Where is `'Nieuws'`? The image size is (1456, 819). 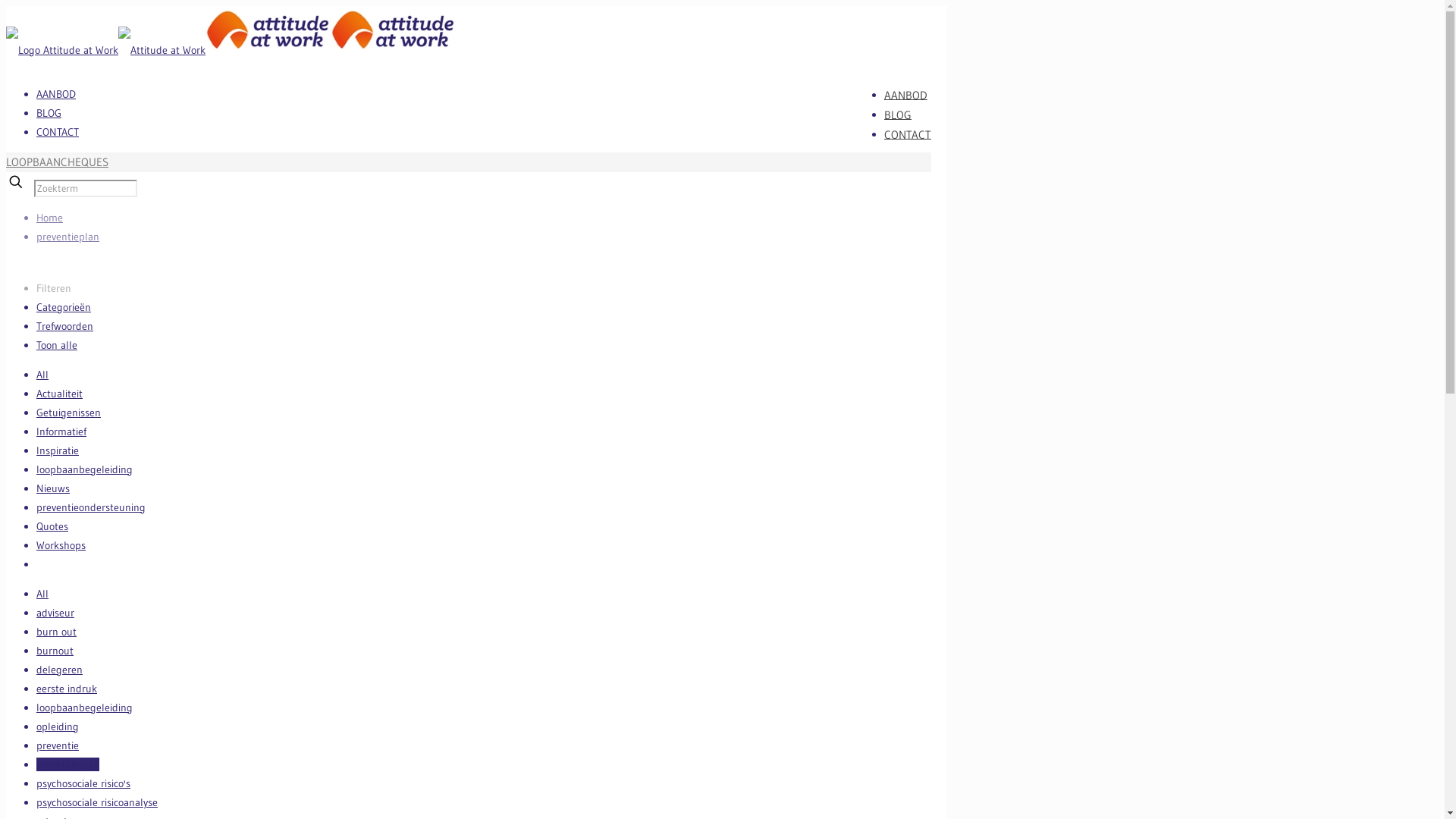
'Nieuws' is located at coordinates (53, 488).